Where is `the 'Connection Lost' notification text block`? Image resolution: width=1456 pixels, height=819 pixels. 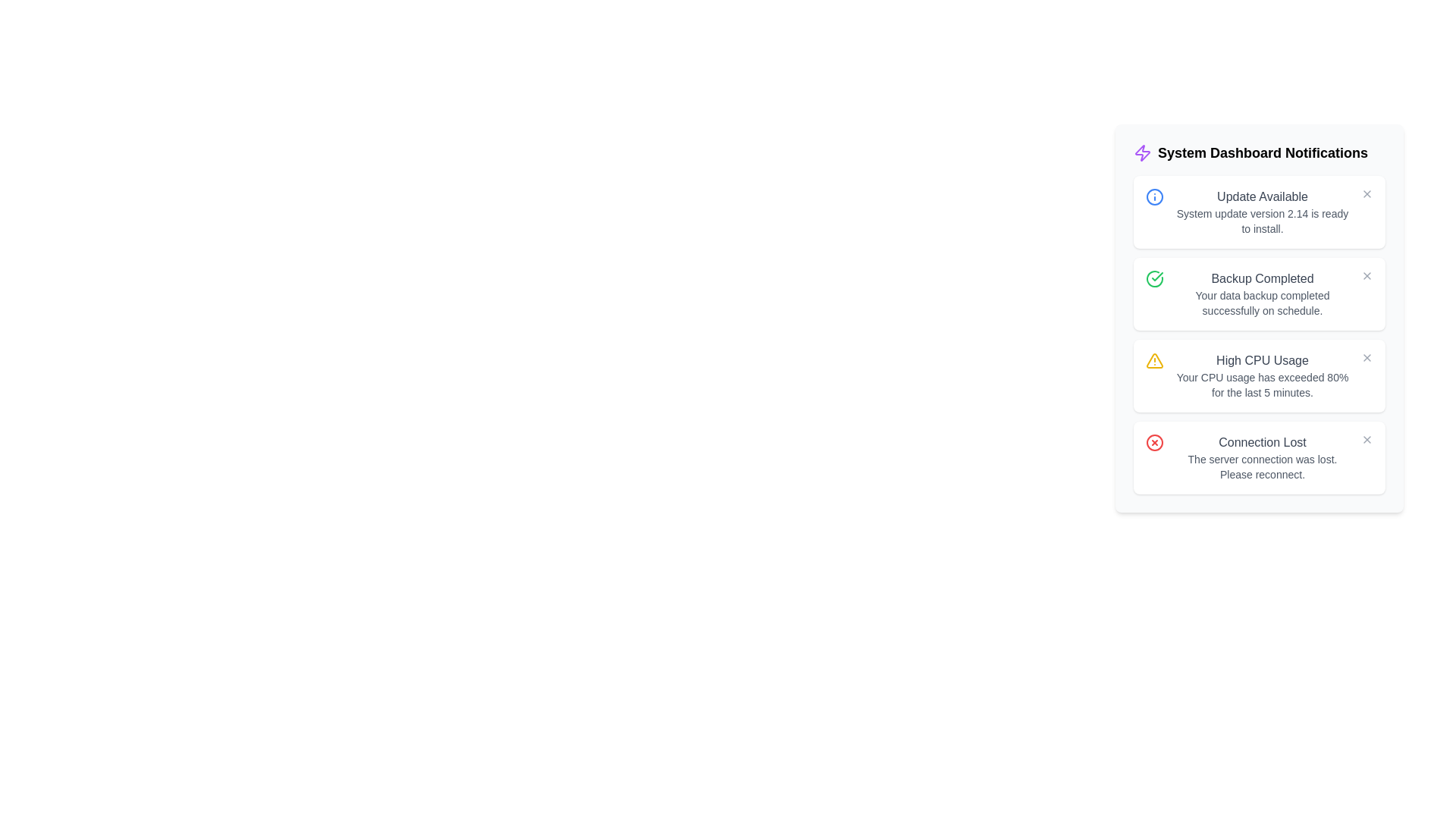 the 'Connection Lost' notification text block is located at coordinates (1263, 457).